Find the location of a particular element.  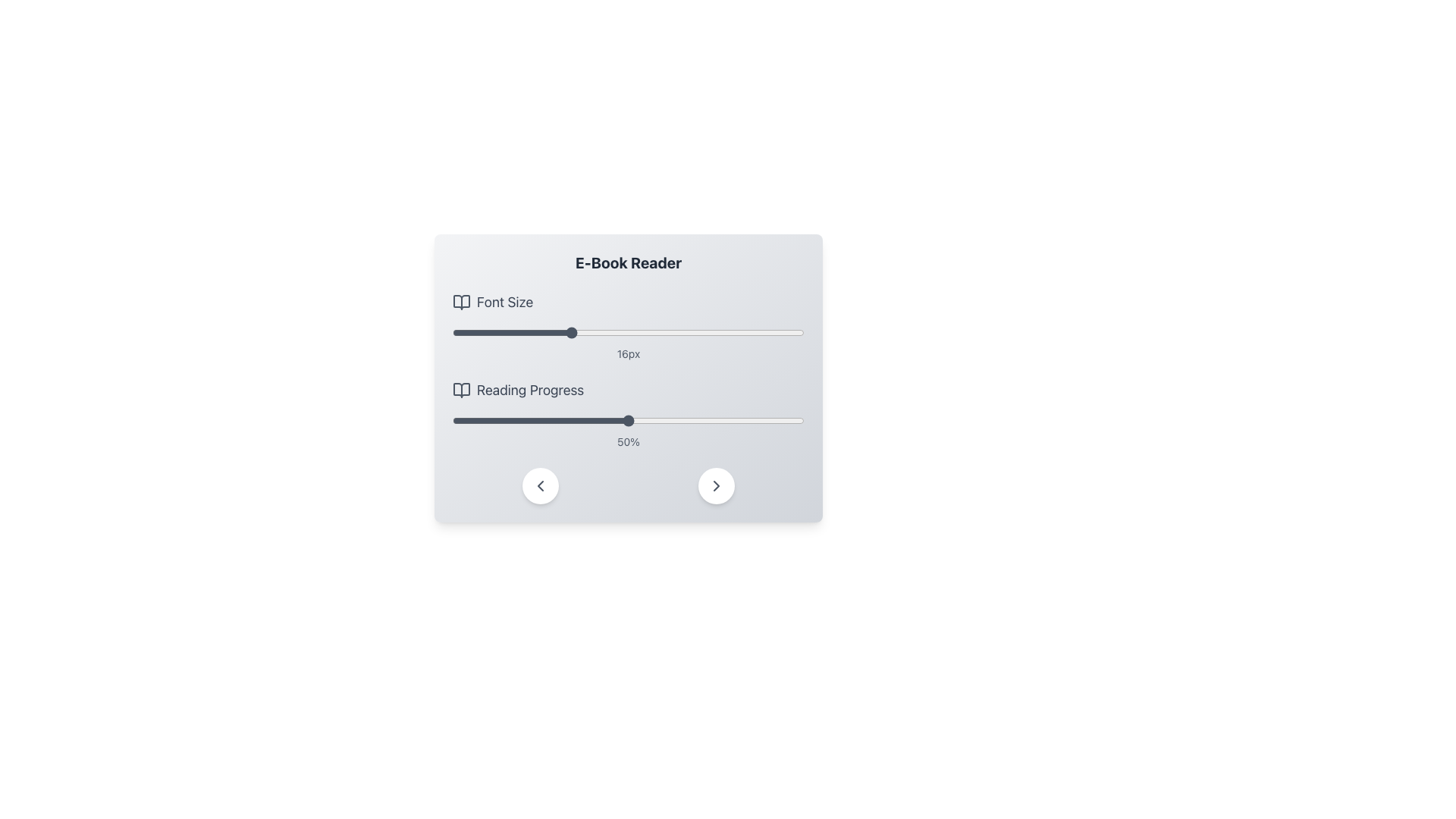

'Font Size' text label located to the right of the open book icon in the upper-left section of the interface is located at coordinates (505, 302).